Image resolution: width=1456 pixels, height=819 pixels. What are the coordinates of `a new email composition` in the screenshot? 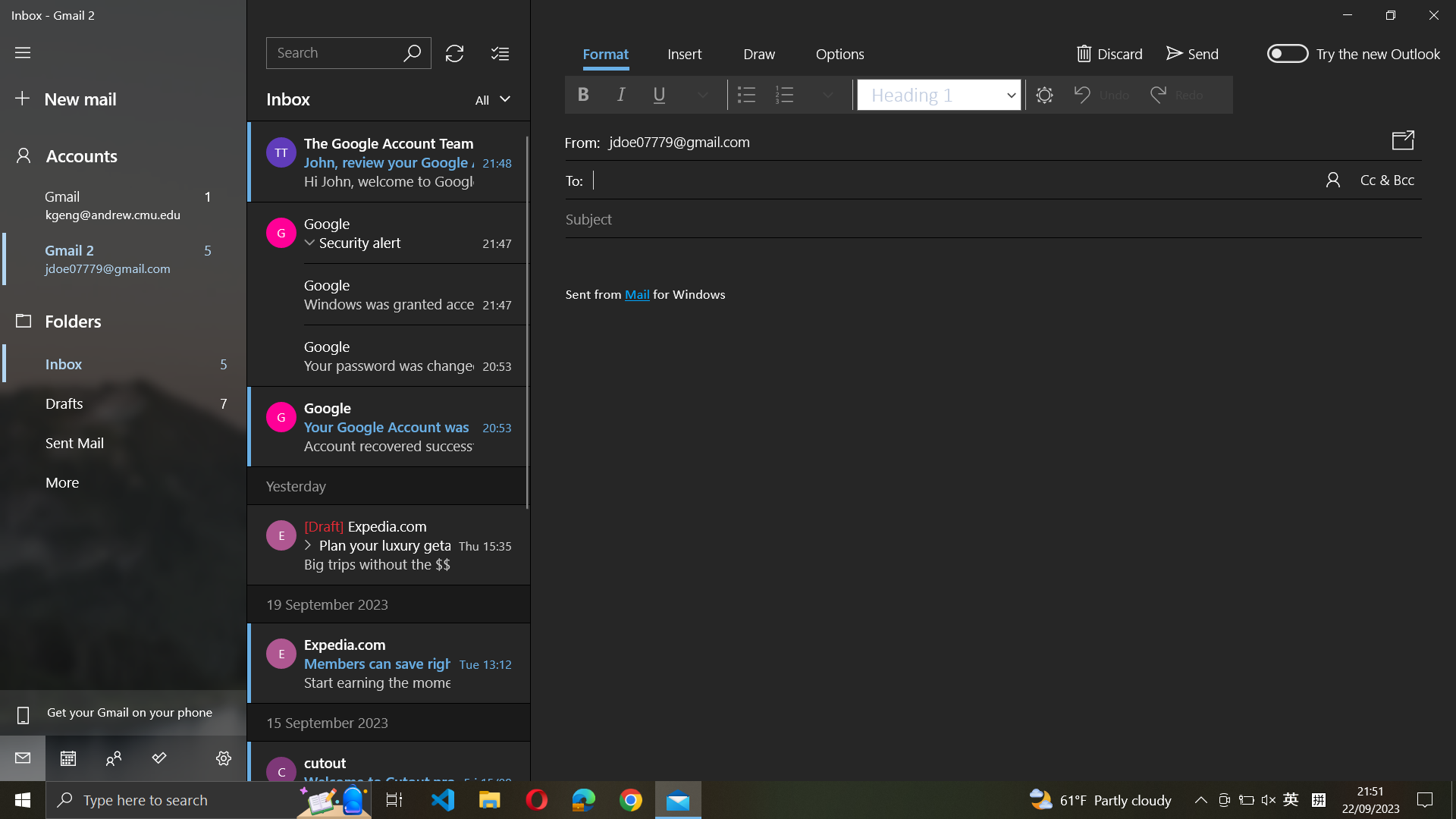 It's located at (125, 99).